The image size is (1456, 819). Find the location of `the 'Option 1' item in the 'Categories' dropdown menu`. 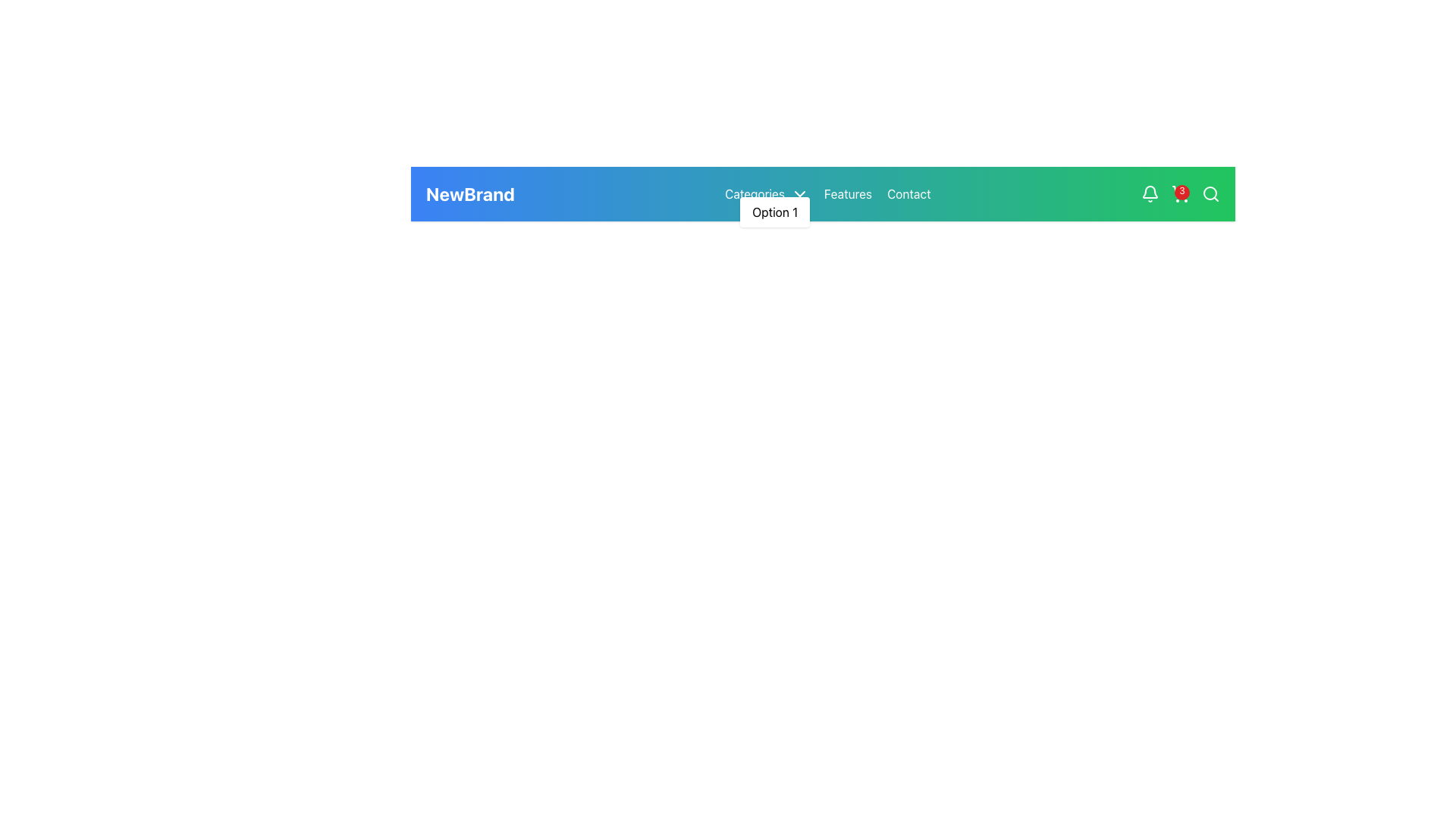

the 'Option 1' item in the 'Categories' dropdown menu is located at coordinates (775, 212).